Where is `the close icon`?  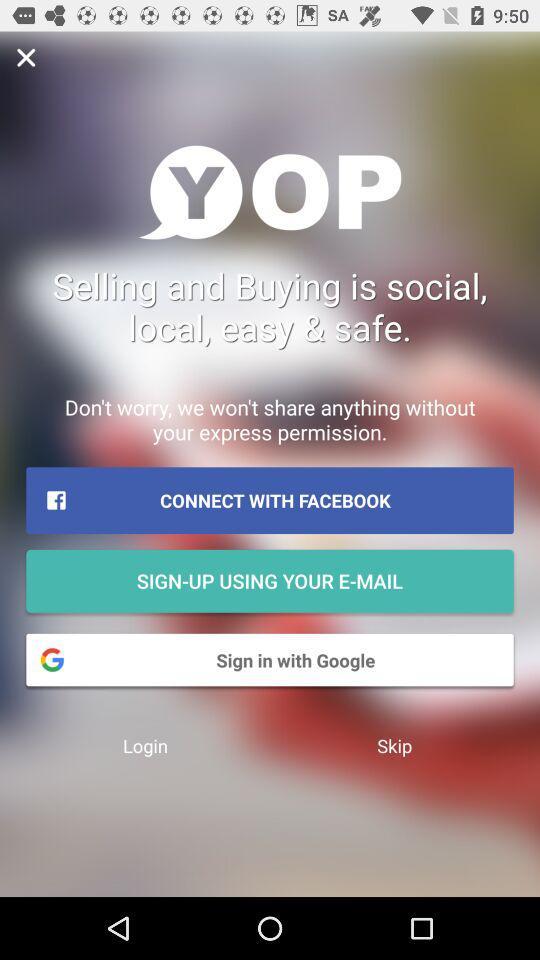 the close icon is located at coordinates (25, 56).